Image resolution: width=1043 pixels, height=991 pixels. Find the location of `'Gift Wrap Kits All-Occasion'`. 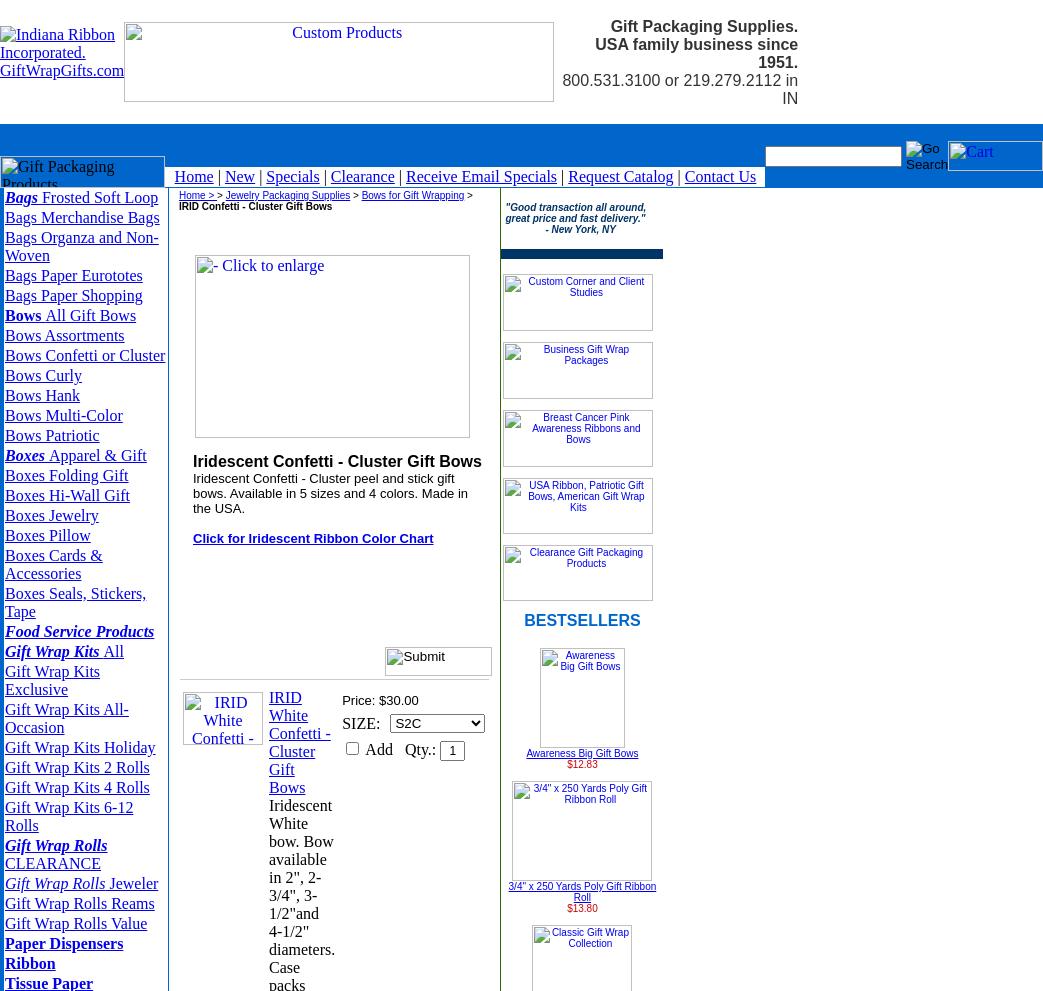

'Gift Wrap Kits All-Occasion' is located at coordinates (65, 718).